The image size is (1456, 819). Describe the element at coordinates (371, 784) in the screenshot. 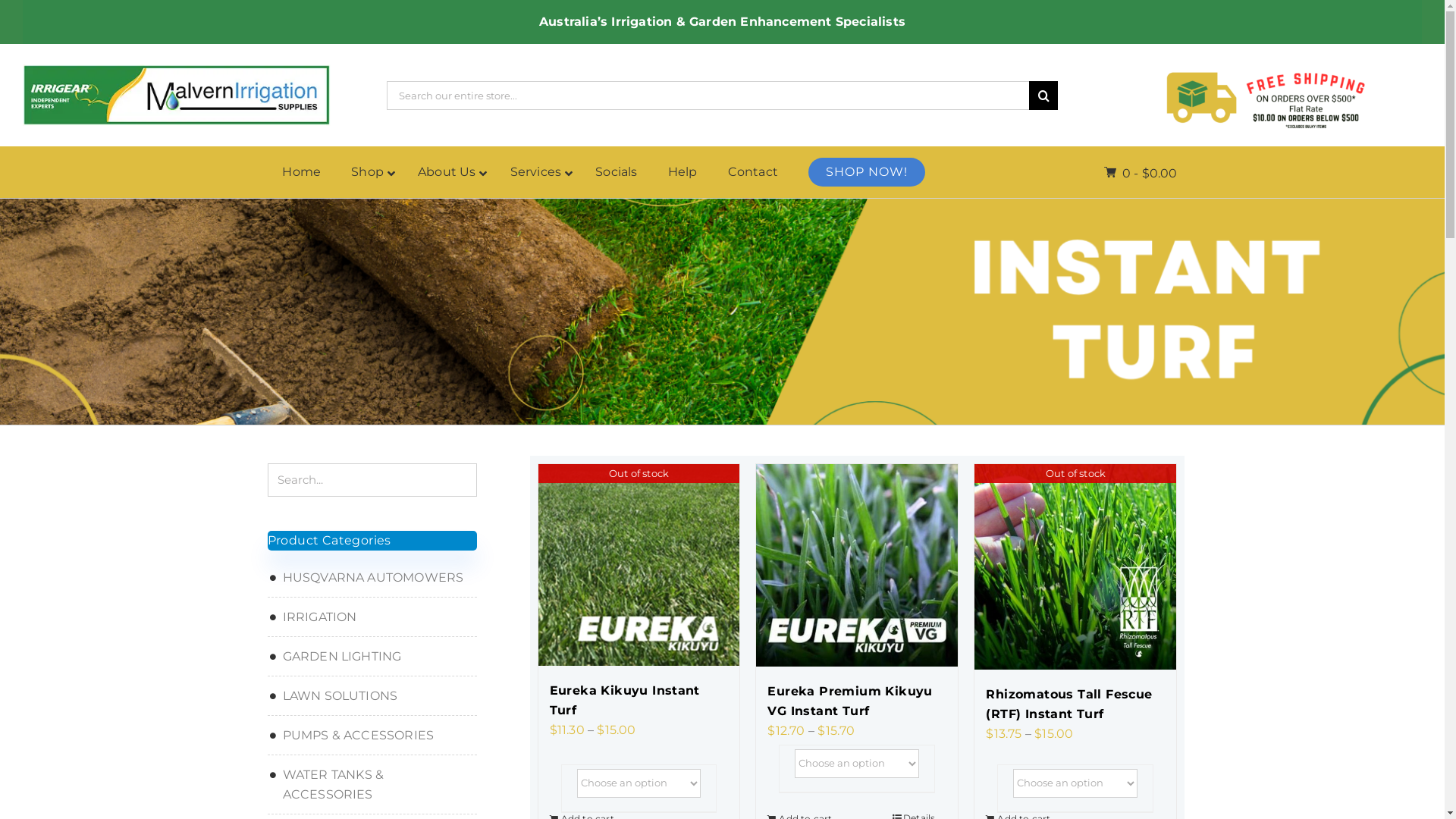

I see `'WATER TANKS & ACCESSORIES'` at that location.